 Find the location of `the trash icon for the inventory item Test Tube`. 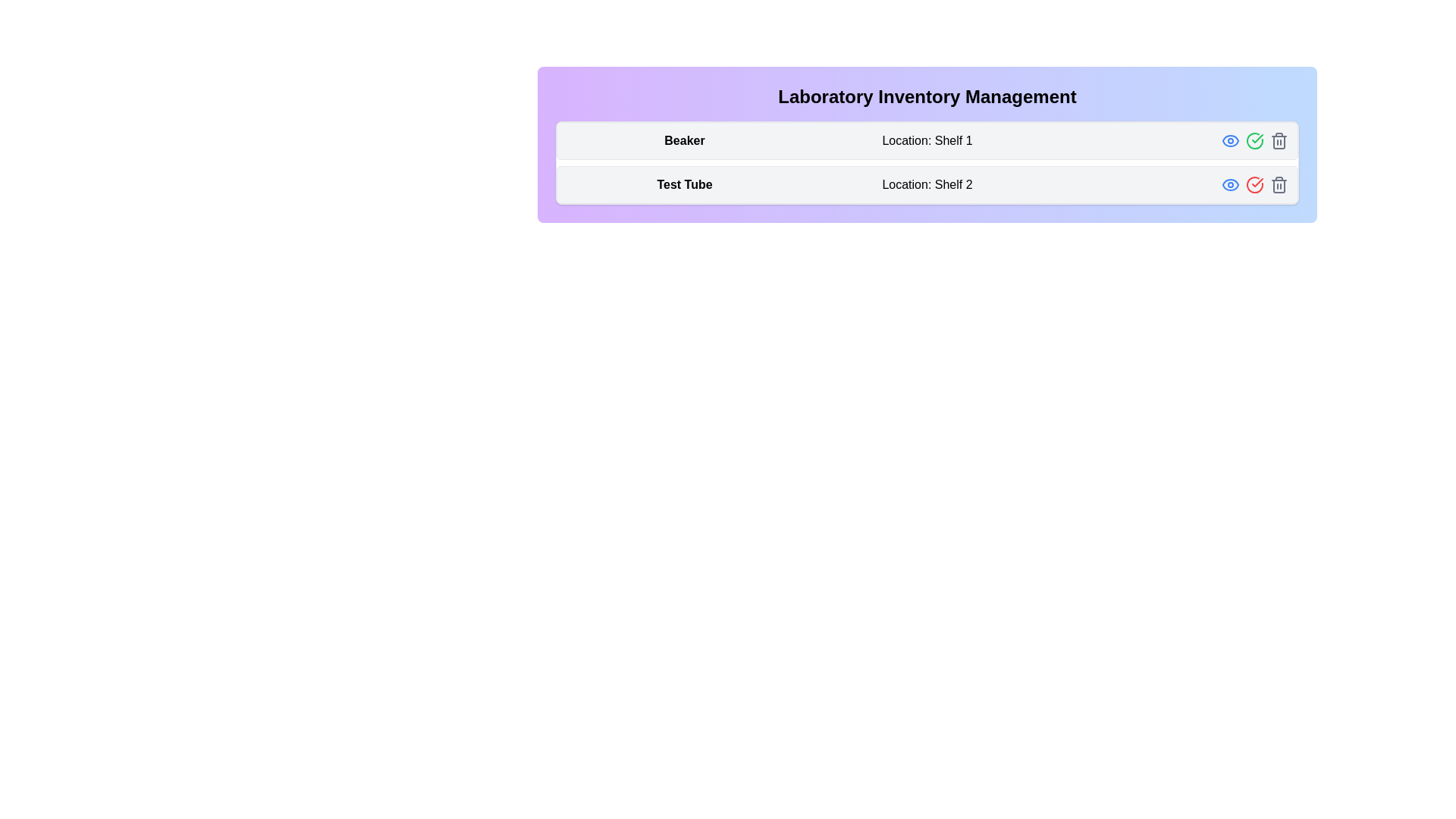

the trash icon for the inventory item Test Tube is located at coordinates (1278, 184).